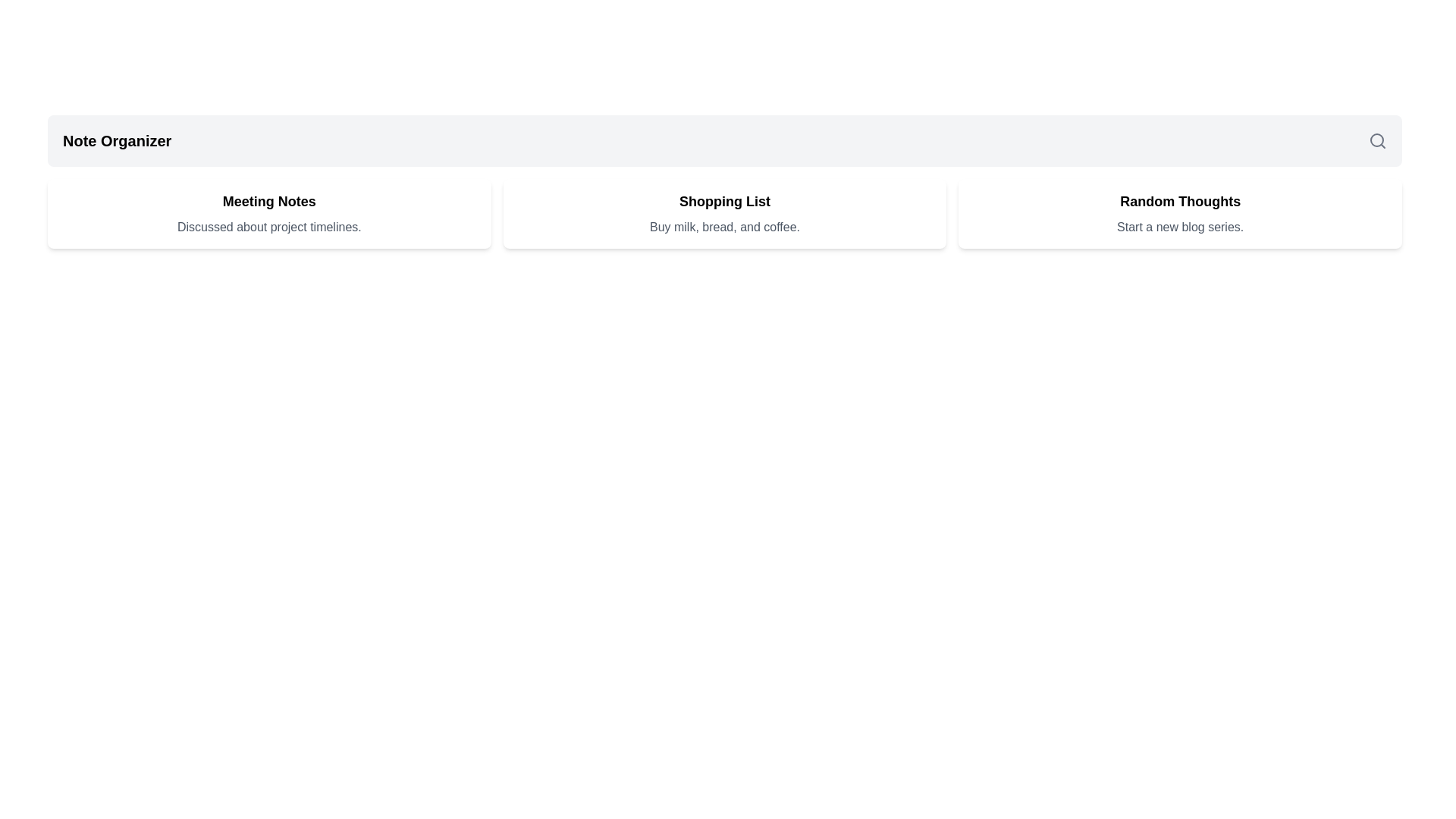 The width and height of the screenshot is (1456, 819). What do you see at coordinates (1179, 227) in the screenshot?
I see `the descriptive text element that contains the content 'Start a new blog series.' which is styled in gray and positioned below the heading 'Random Thoughts' within the third card of a horizontal series` at bounding box center [1179, 227].